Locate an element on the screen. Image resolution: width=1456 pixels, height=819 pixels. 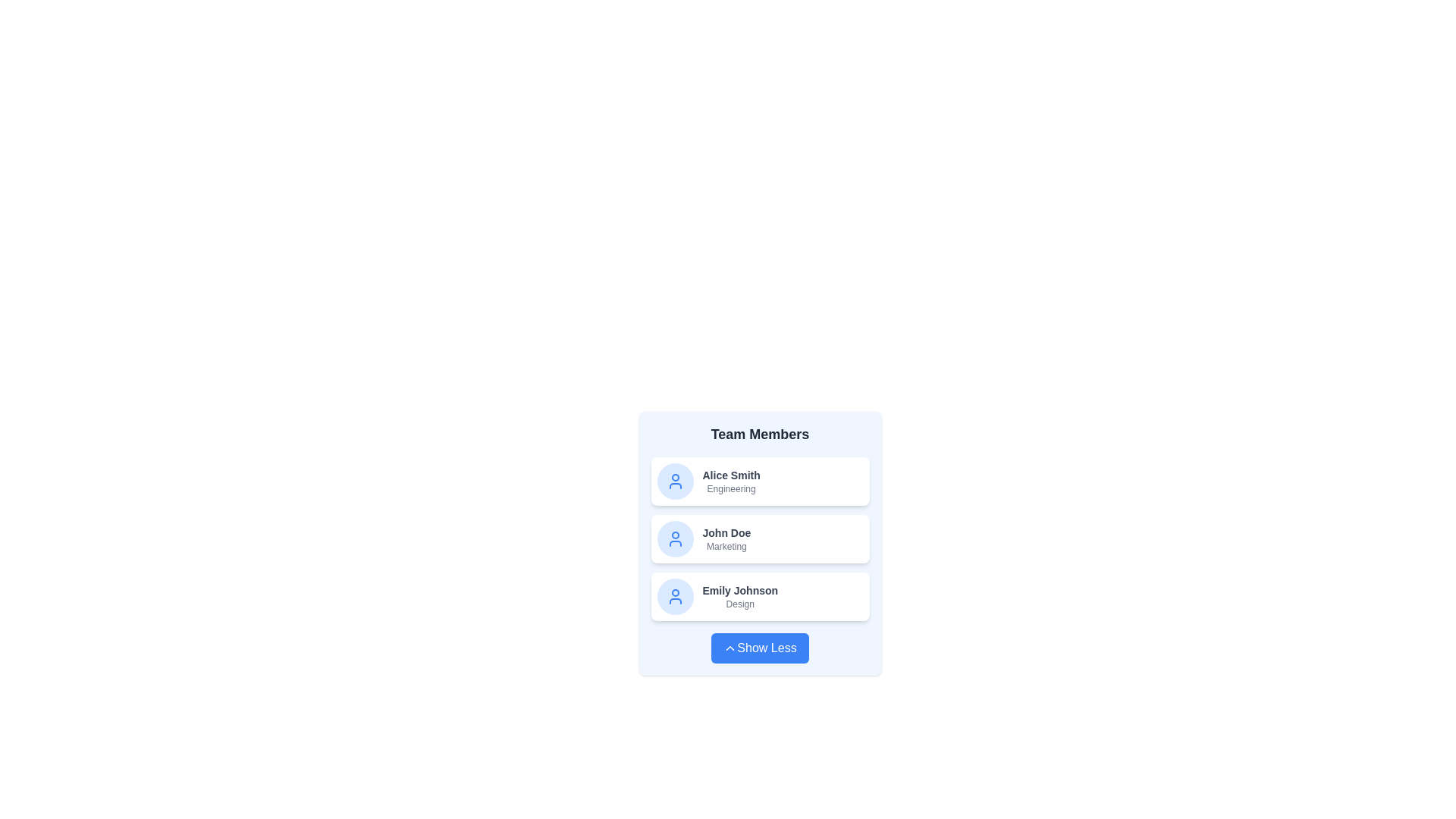
the text label displaying 'Alice Smith', which is the upper text entity within the first information card in the 'Team Members' section is located at coordinates (731, 475).